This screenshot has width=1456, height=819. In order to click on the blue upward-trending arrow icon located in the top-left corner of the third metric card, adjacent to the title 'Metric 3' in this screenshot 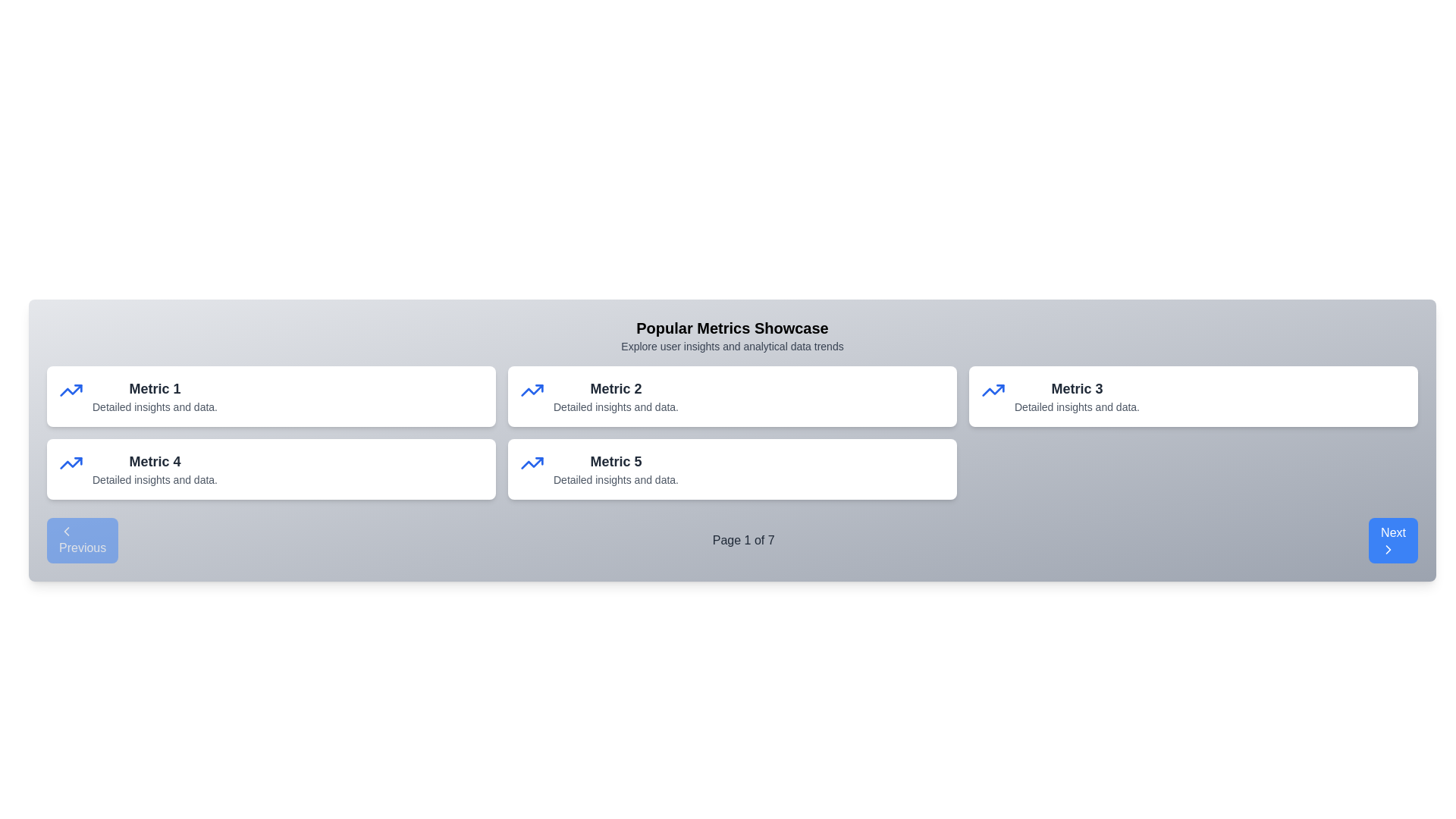, I will do `click(993, 390)`.